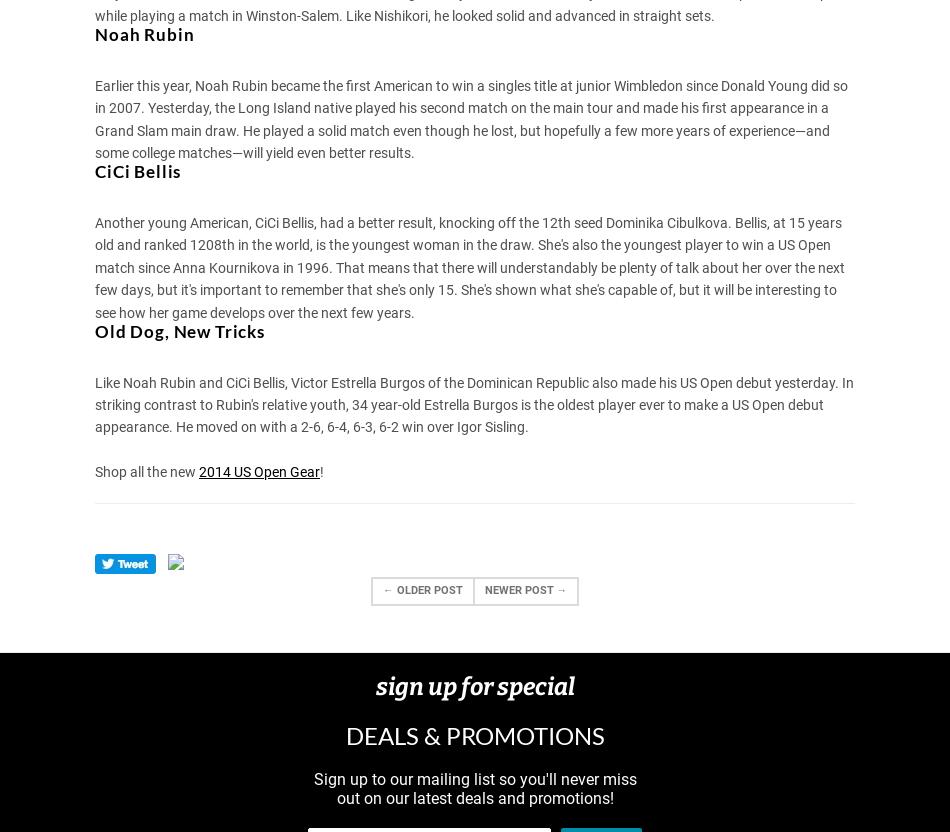  I want to click on 'Shop all the new', so click(146, 470).